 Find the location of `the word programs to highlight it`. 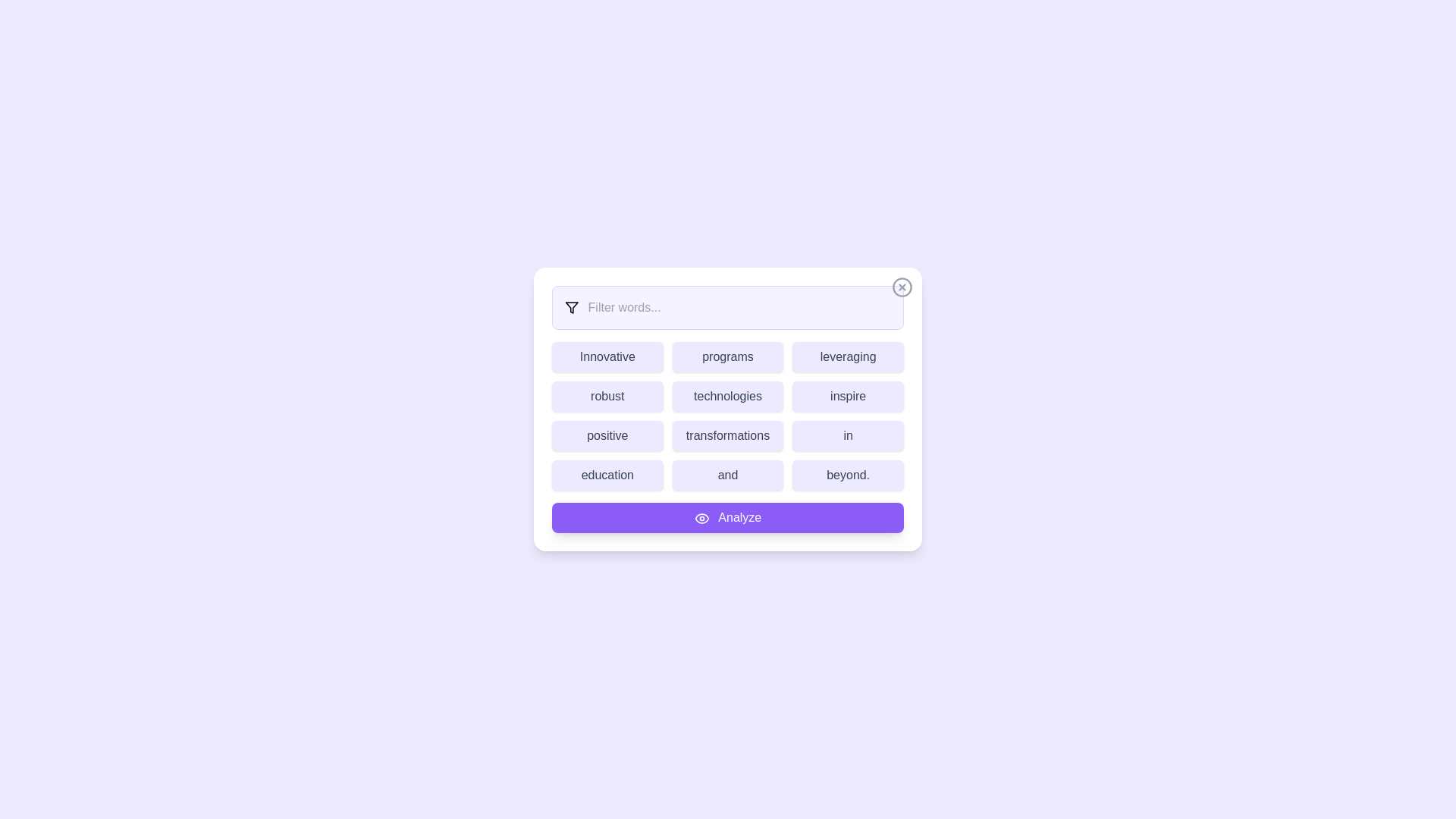

the word programs to highlight it is located at coordinates (728, 356).